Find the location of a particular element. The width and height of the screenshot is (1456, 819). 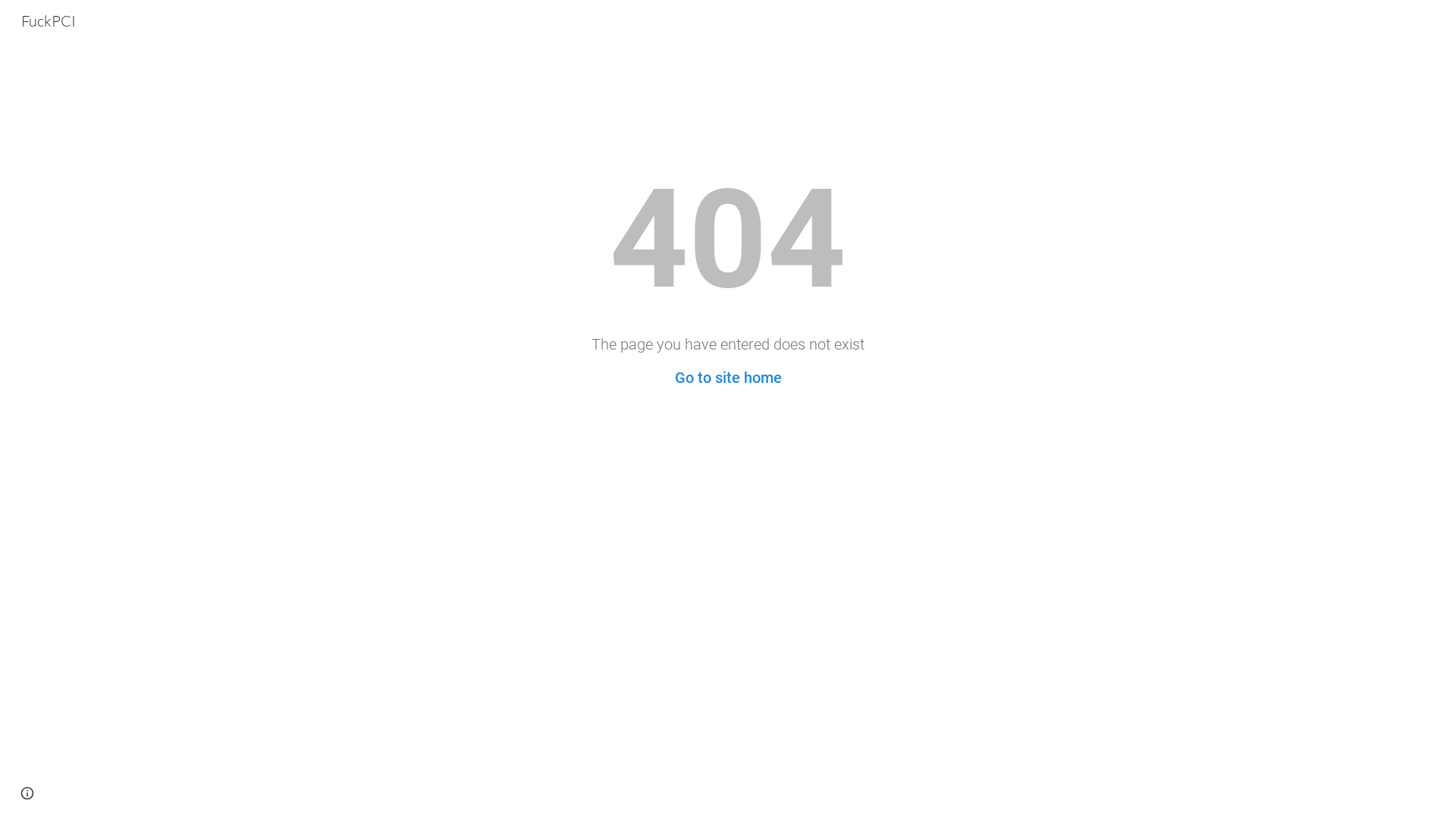

'Go to site home' is located at coordinates (728, 376).